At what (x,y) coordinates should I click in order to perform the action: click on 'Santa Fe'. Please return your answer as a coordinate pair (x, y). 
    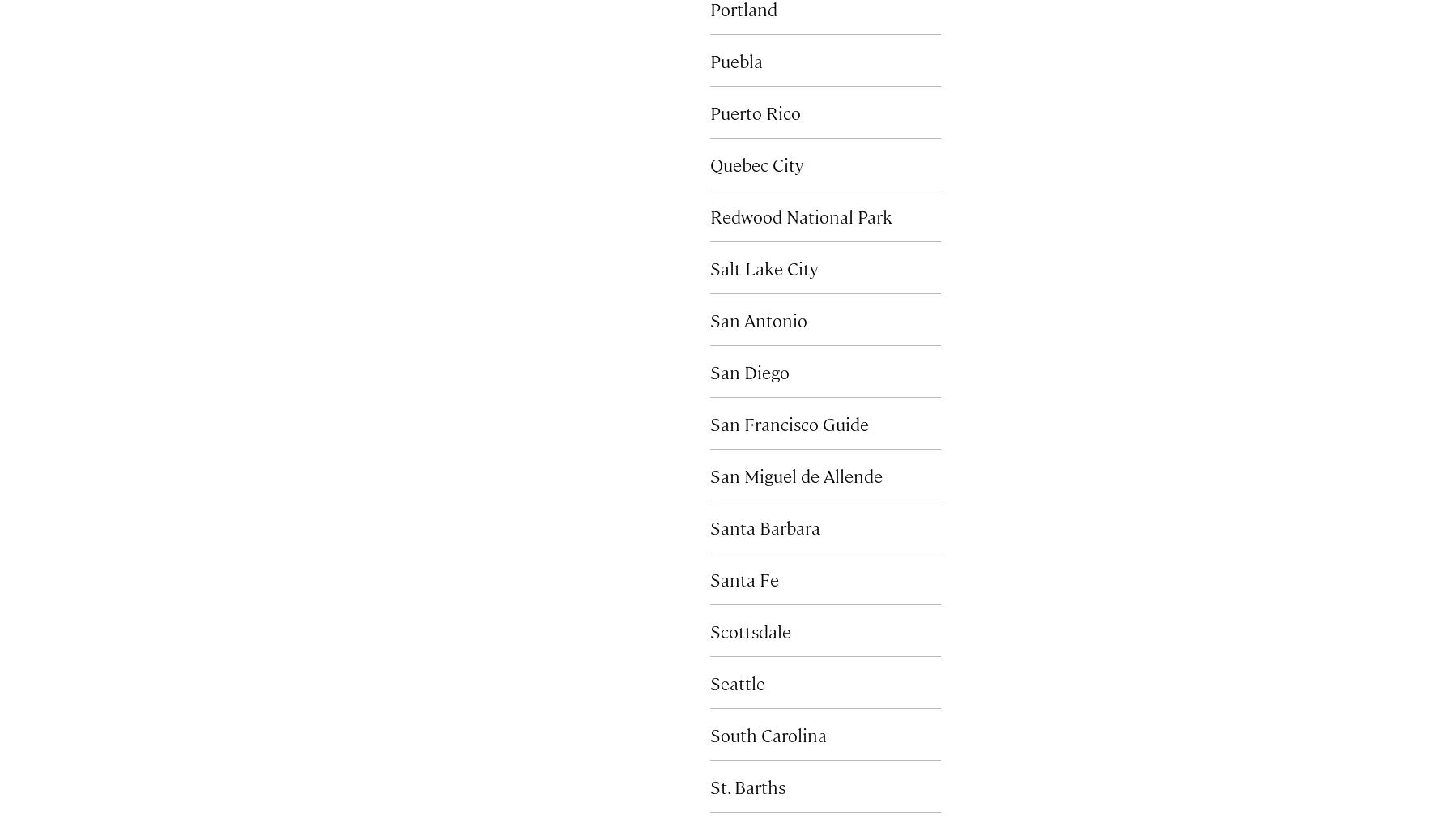
    Looking at the image, I should click on (743, 578).